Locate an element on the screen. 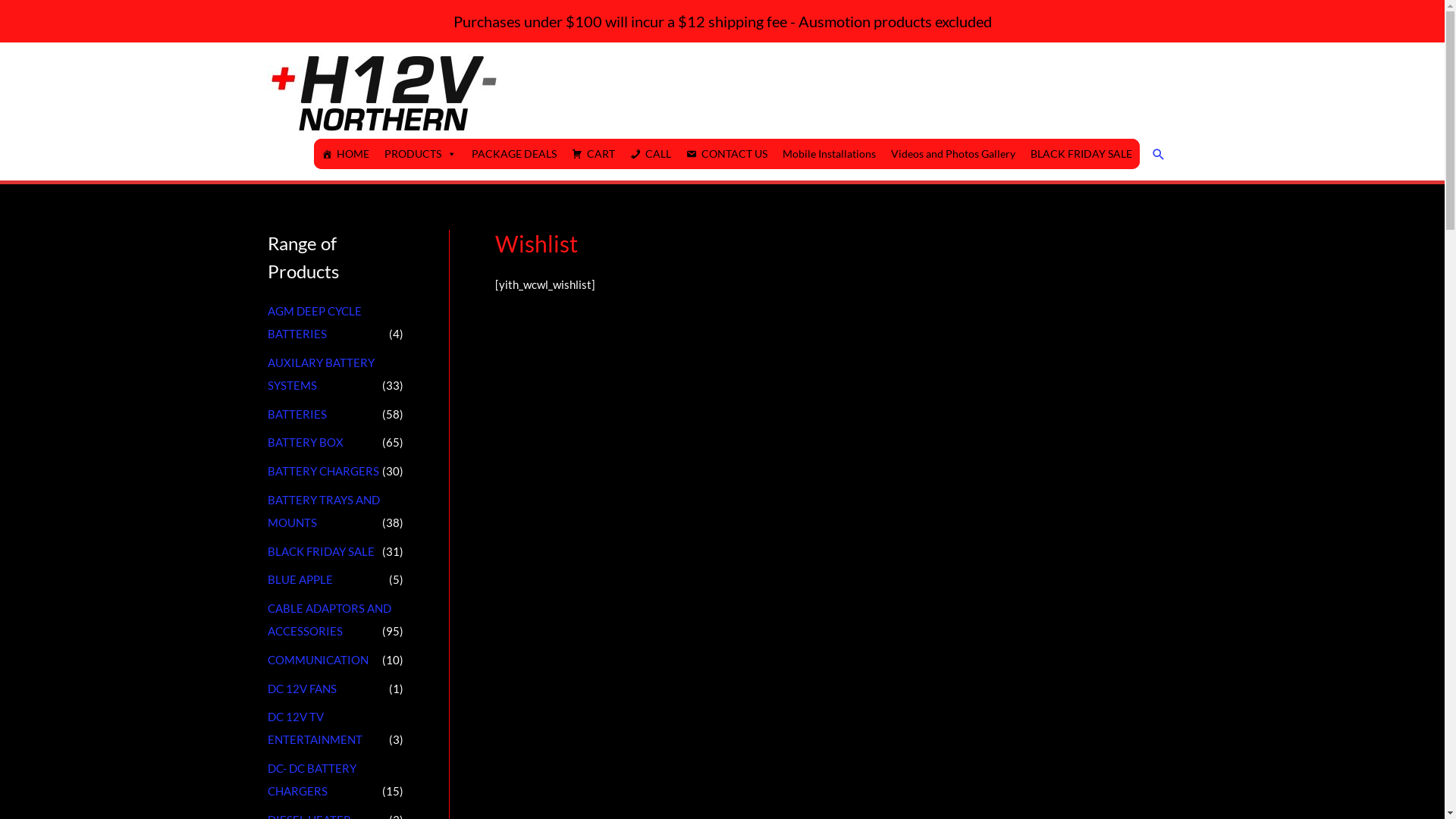 The height and width of the screenshot is (819, 1456). 'BATTERY CHARGERS' is located at coordinates (322, 470).